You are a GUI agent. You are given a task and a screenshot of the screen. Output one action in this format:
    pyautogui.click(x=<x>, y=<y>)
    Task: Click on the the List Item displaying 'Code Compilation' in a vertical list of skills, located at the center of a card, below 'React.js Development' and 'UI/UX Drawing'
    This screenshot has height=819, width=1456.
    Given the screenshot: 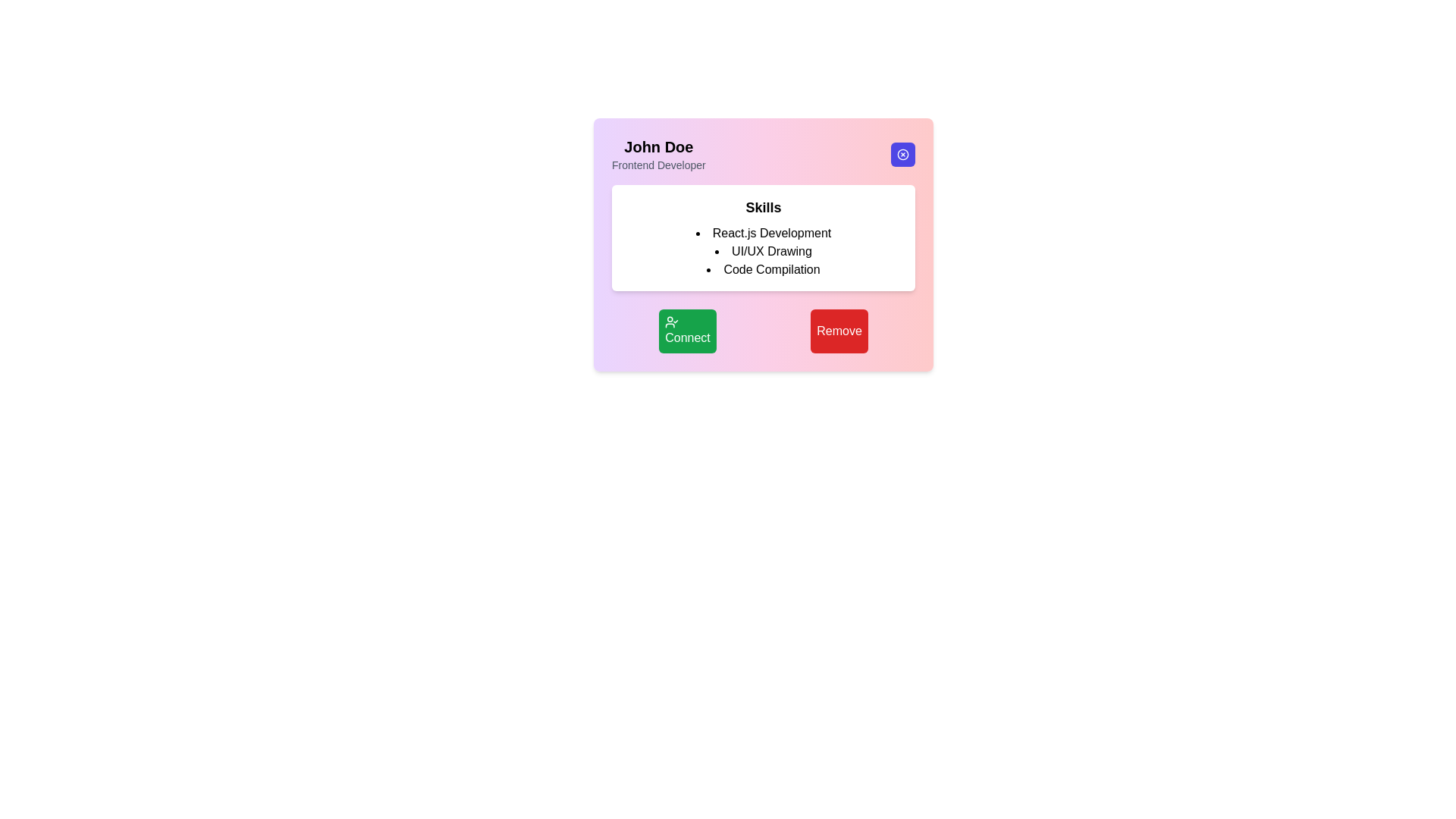 What is the action you would take?
    pyautogui.click(x=764, y=268)
    